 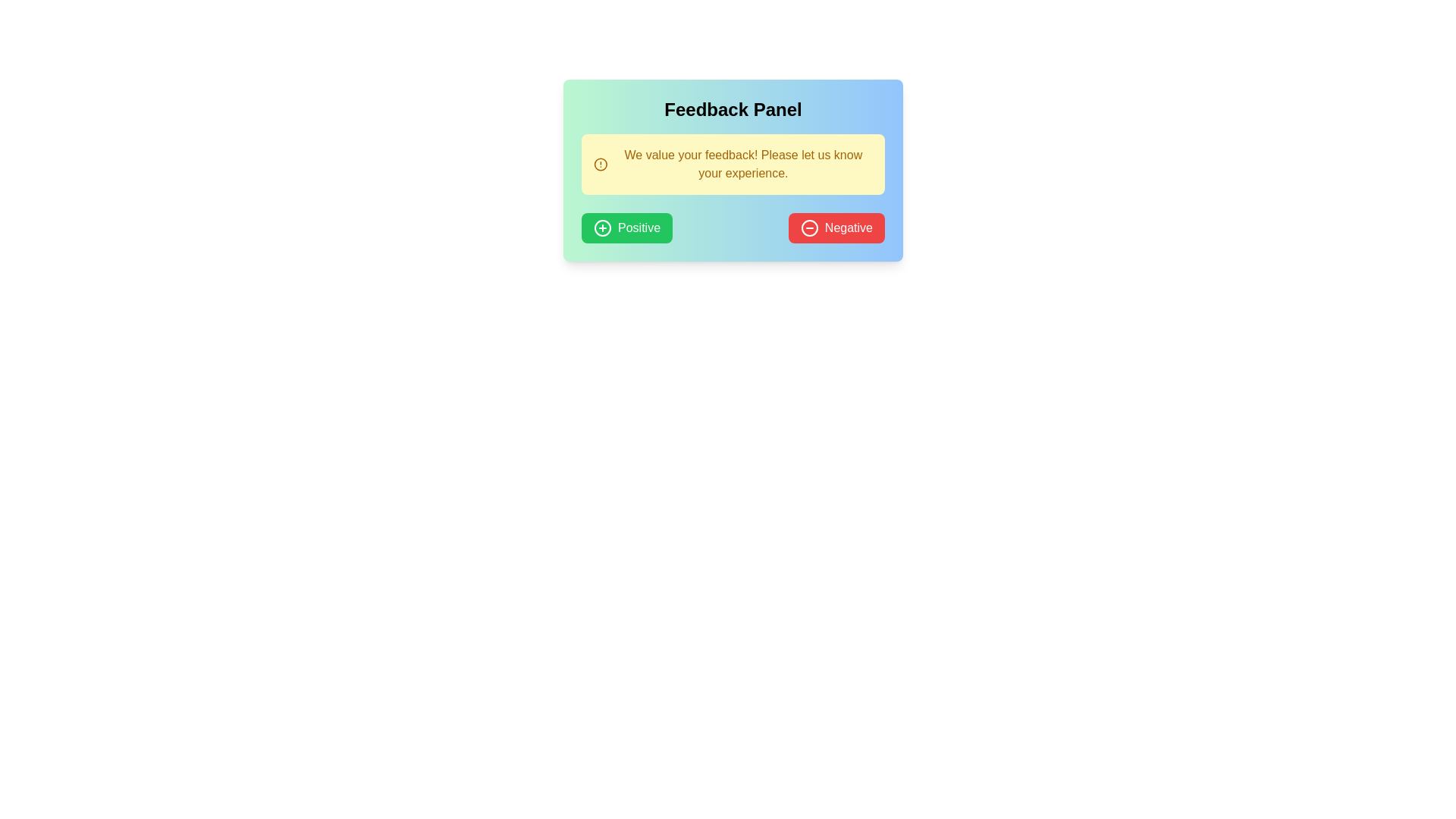 I want to click on the icon within the 'Negative' feedback button, located to the left of the text 'Negative' in the 'Feedback Panel', so click(x=808, y=227).